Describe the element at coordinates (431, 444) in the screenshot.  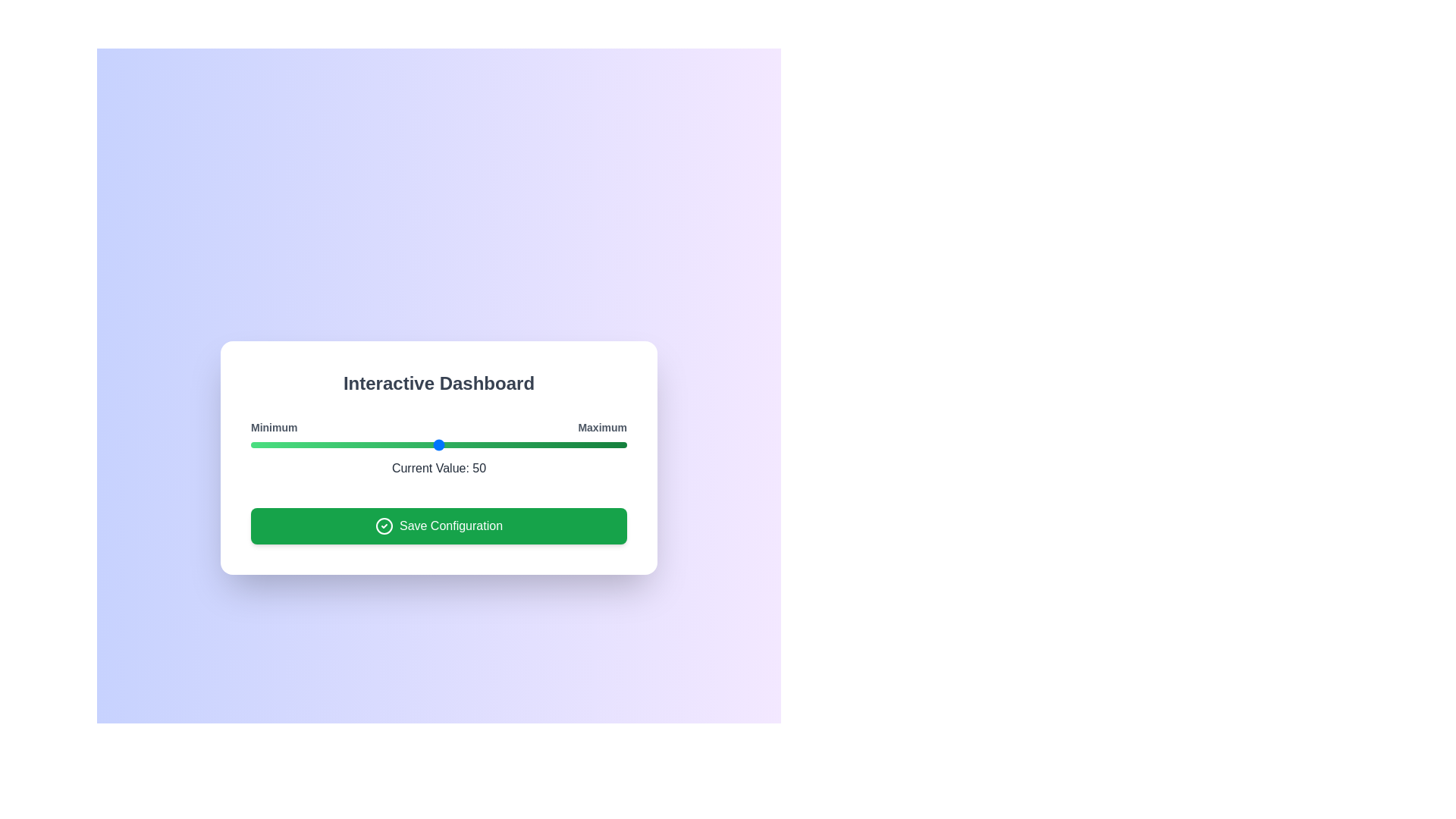
I see `the slider to set its value to 48` at that location.